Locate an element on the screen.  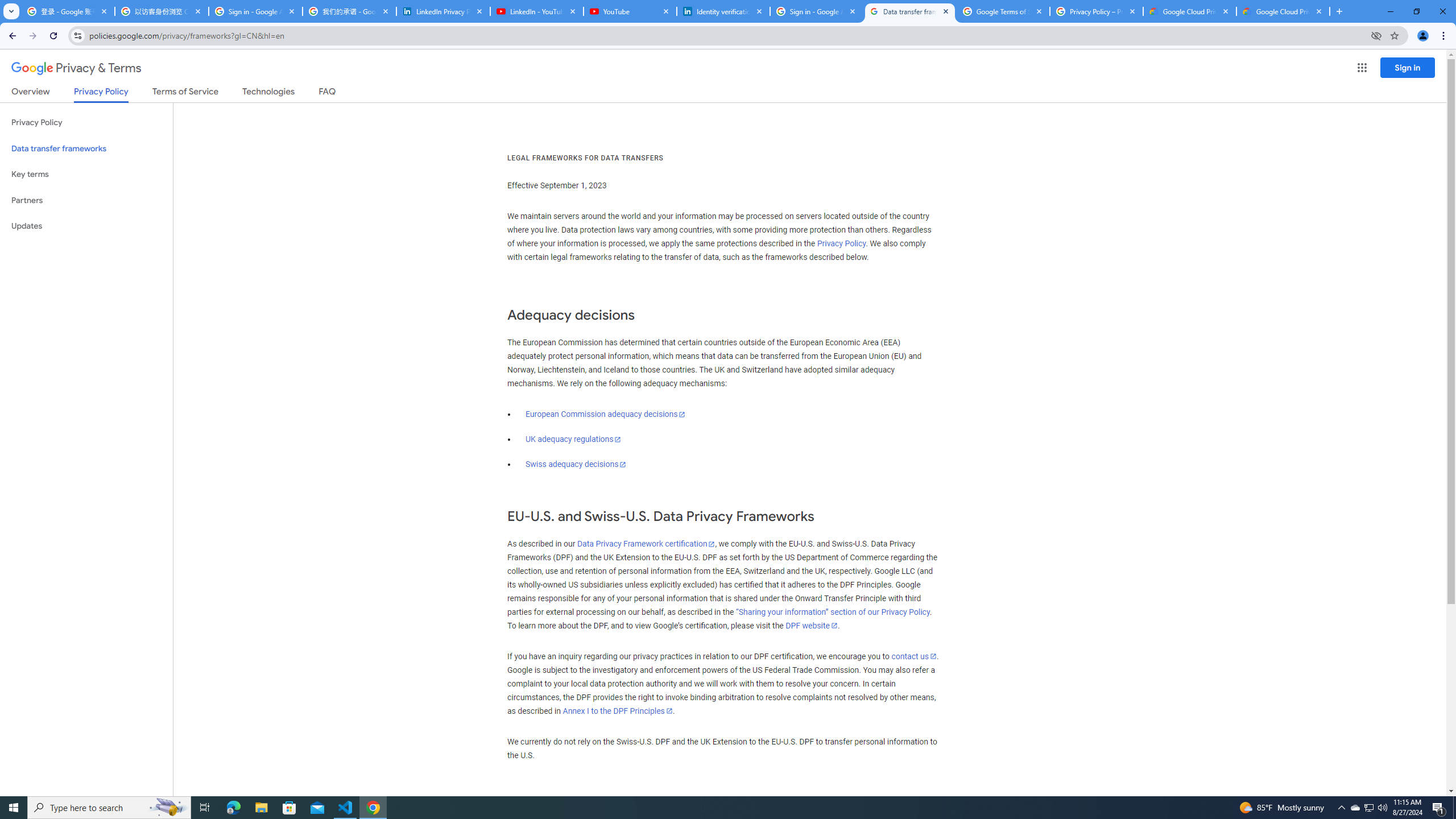
'Google Cloud Privacy Notice' is located at coordinates (1189, 11).